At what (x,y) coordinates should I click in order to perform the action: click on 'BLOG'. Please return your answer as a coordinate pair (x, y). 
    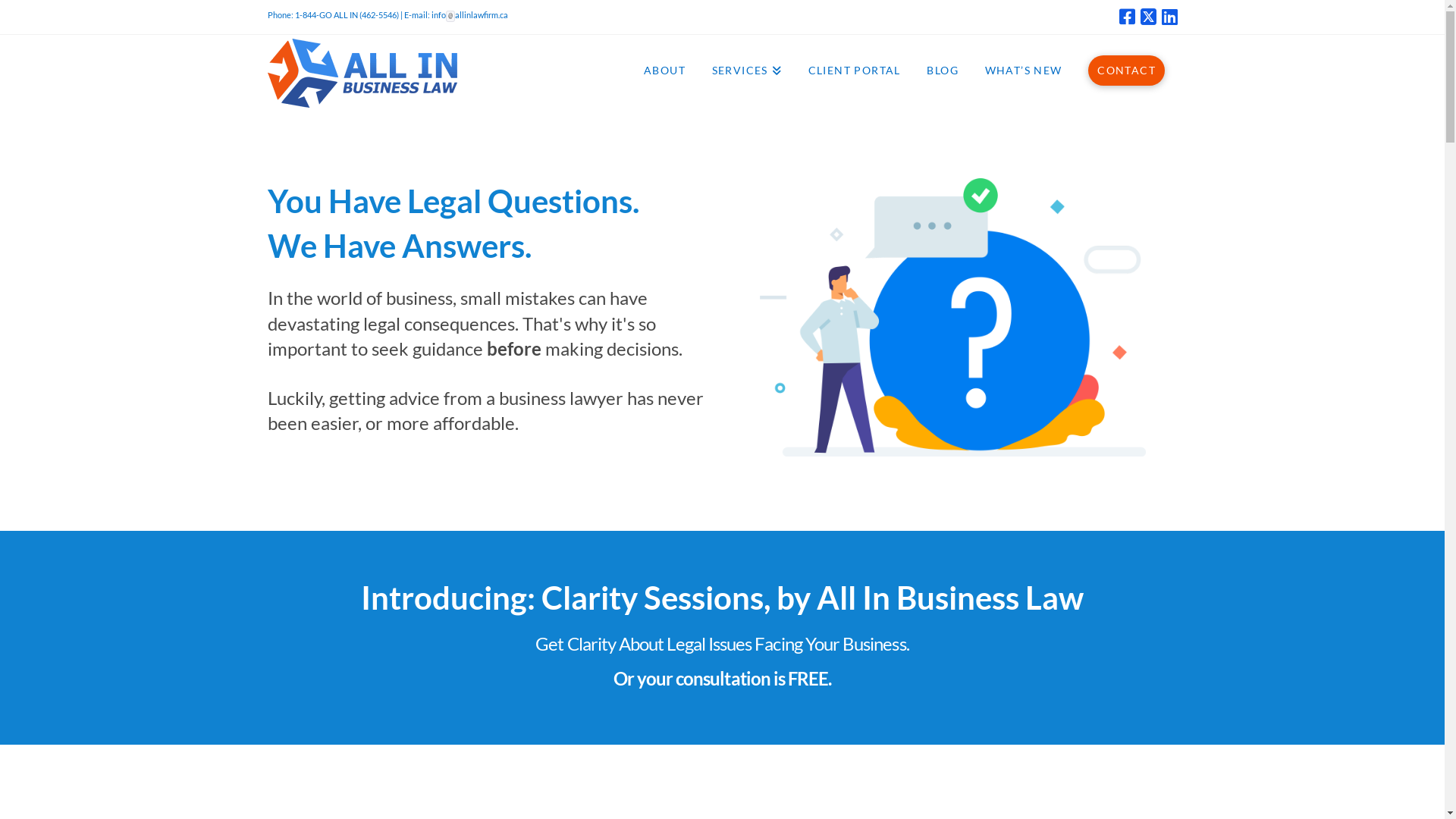
    Looking at the image, I should click on (941, 69).